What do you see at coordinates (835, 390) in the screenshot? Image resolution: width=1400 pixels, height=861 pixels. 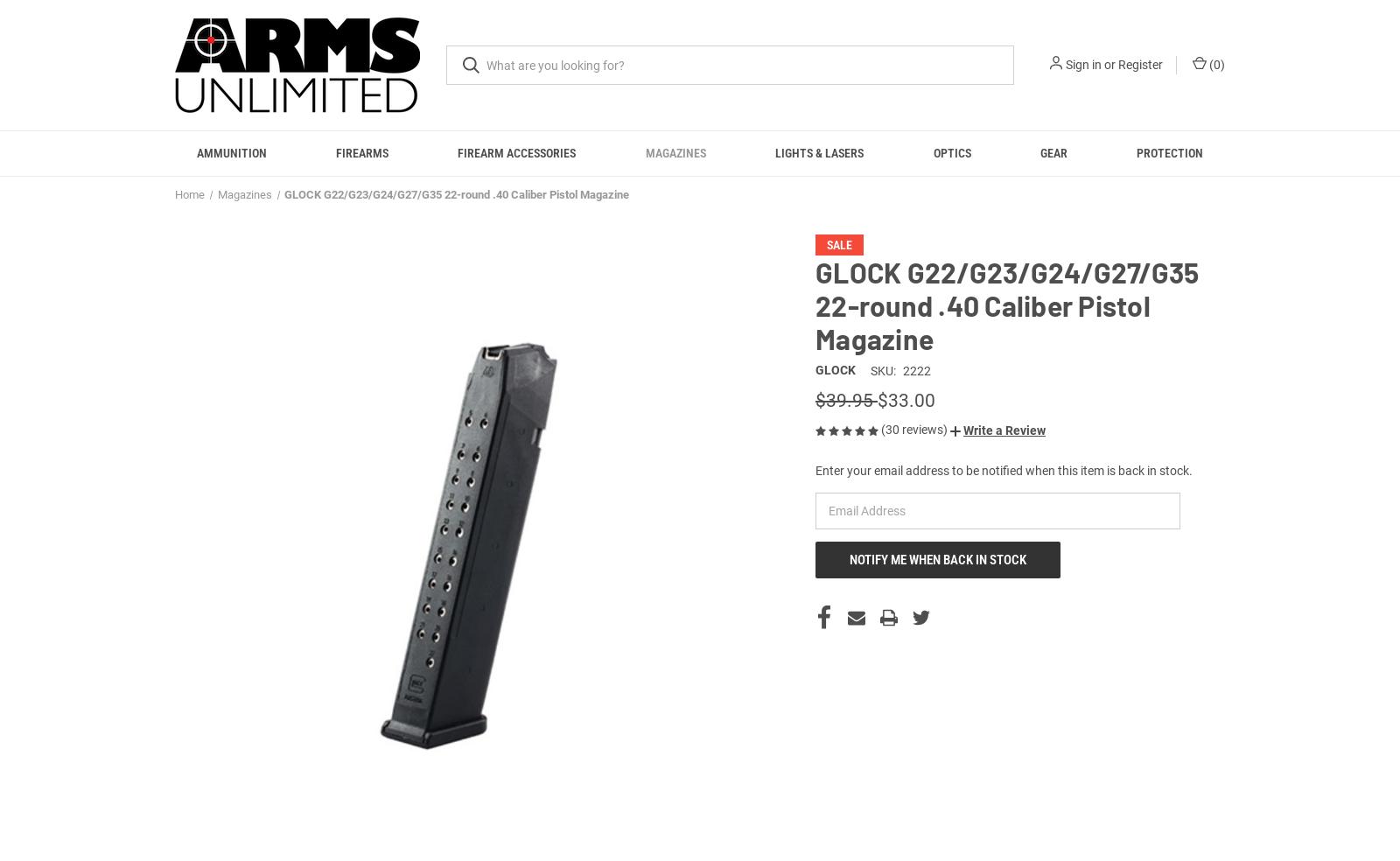 I see `'GLOCK'` at bounding box center [835, 390].